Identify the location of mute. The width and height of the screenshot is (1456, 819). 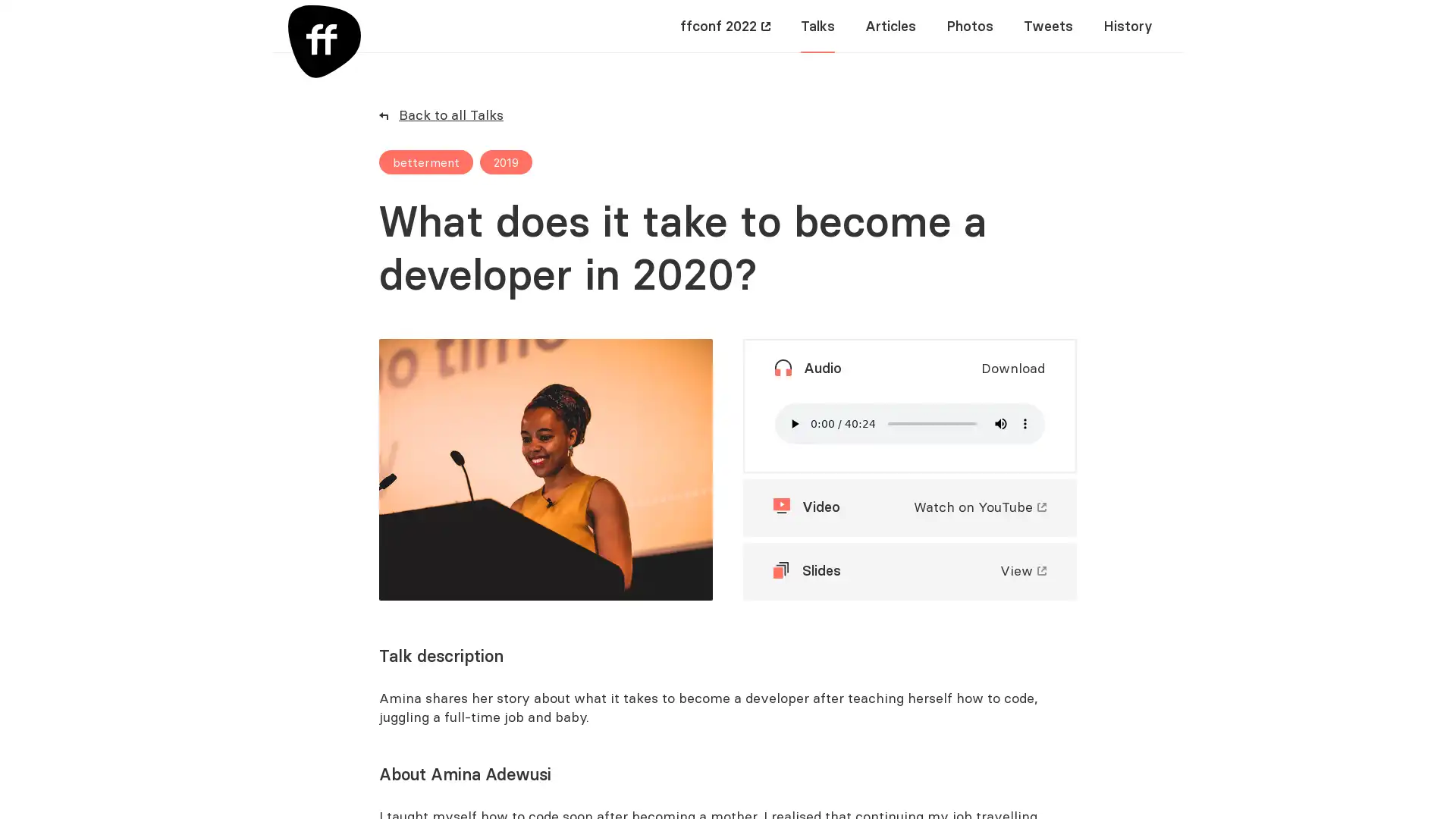
(1001, 424).